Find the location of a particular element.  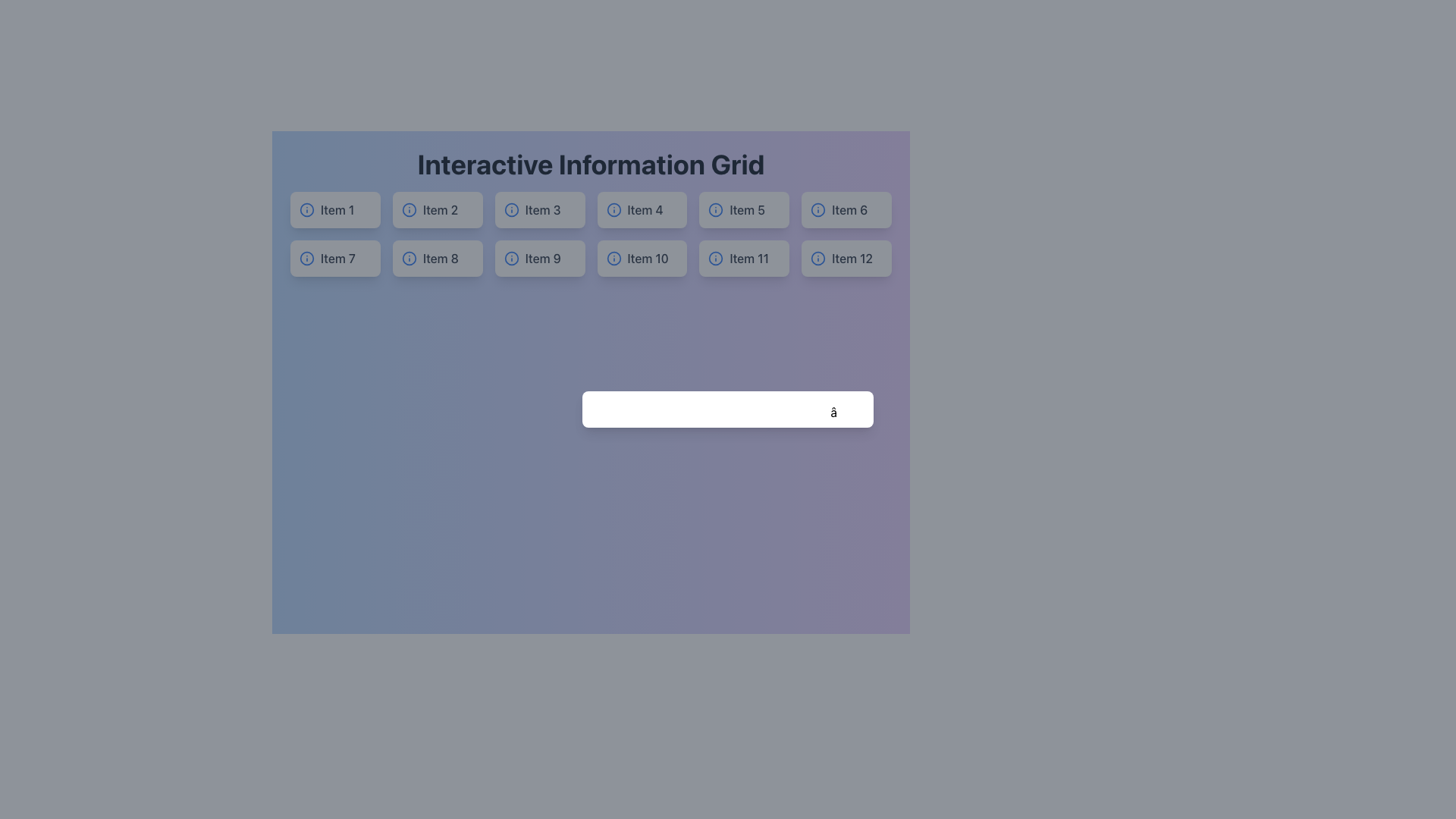

the circular information icon with a blue outline located to the left of the text label 'Item 9' in the interactive information grid is located at coordinates (511, 257).